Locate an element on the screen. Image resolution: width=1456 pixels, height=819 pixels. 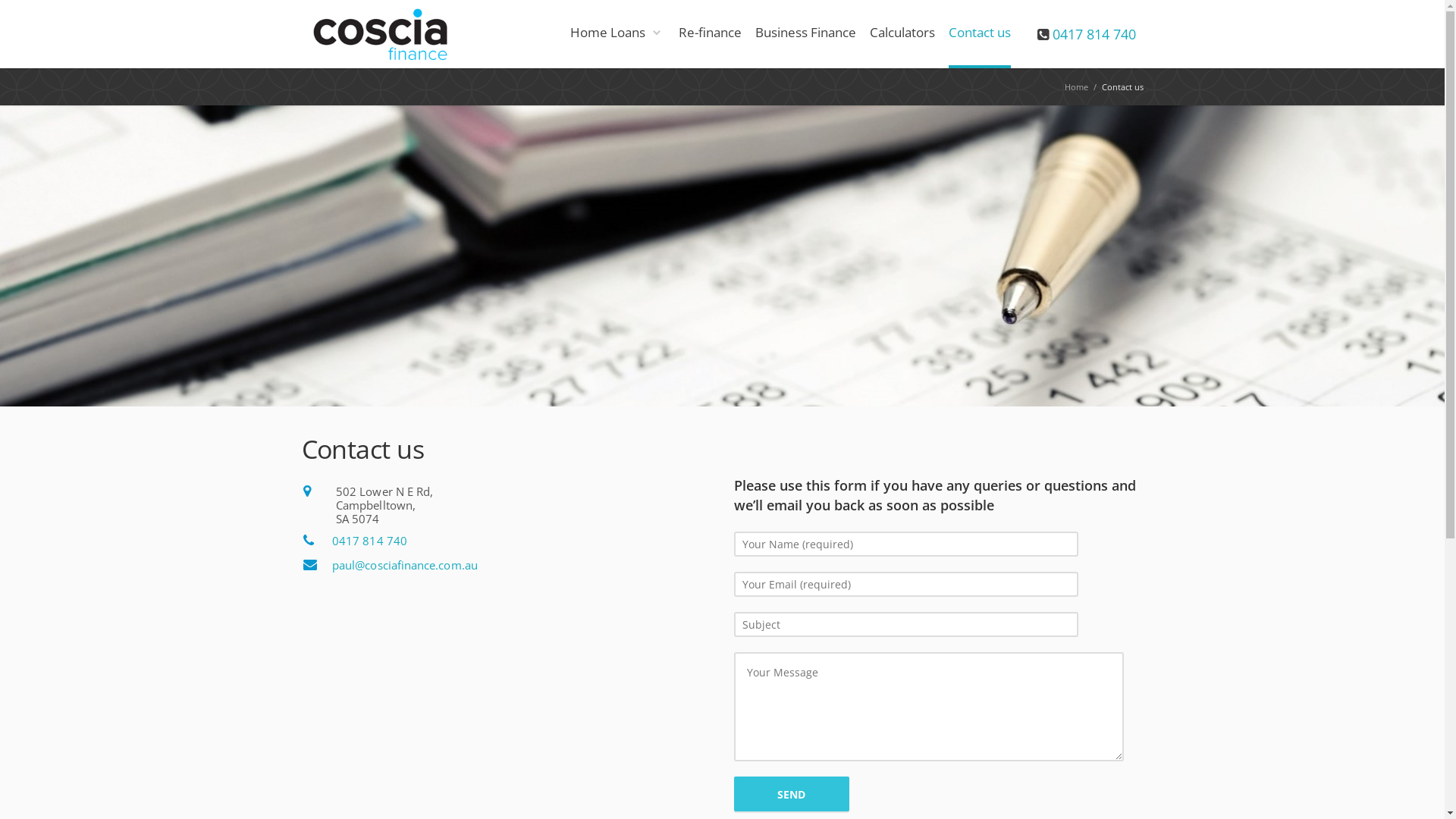
'Re-finance' is located at coordinates (708, 34).